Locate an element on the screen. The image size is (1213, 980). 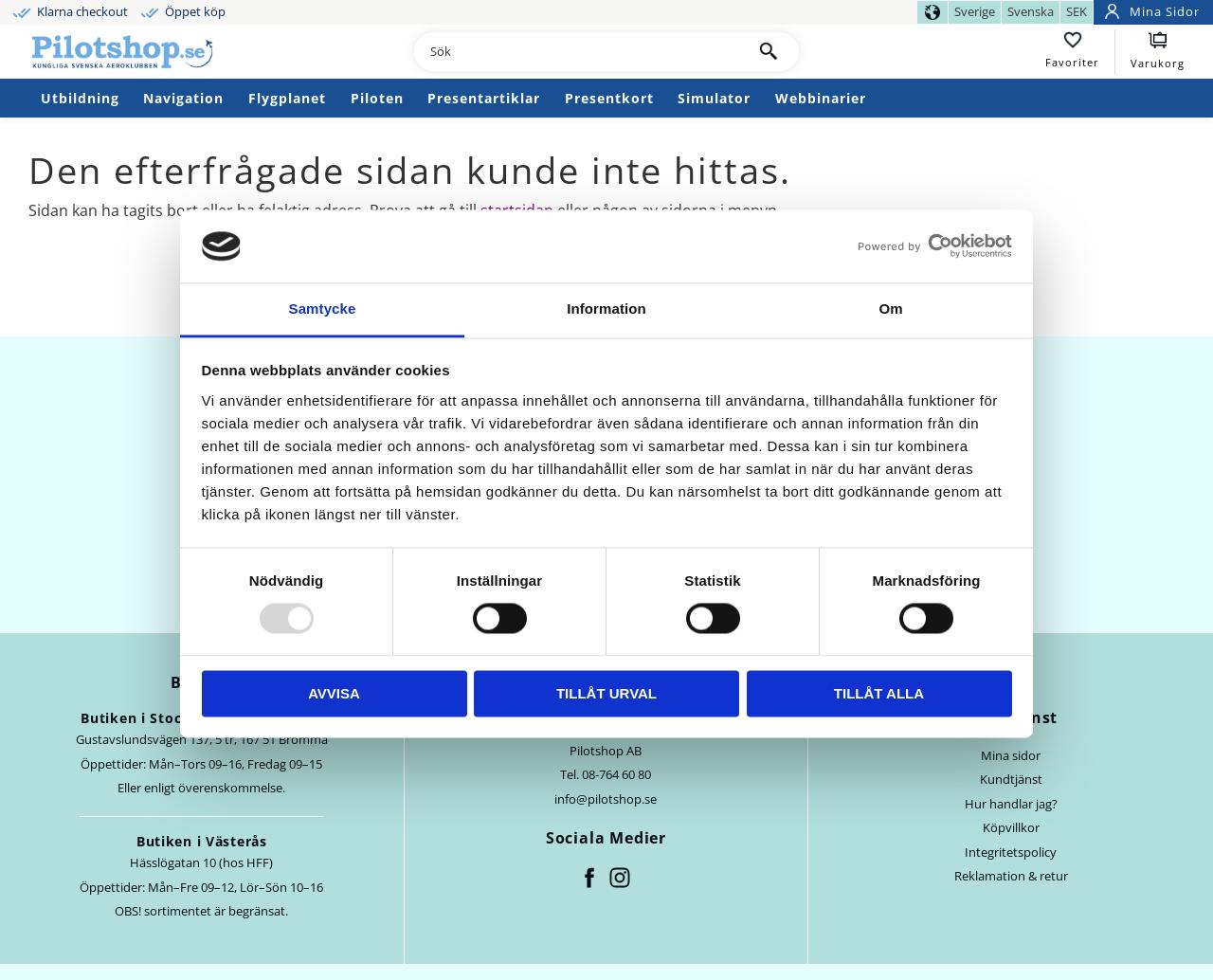
'Denna webbplats använder cookies' is located at coordinates (325, 369).